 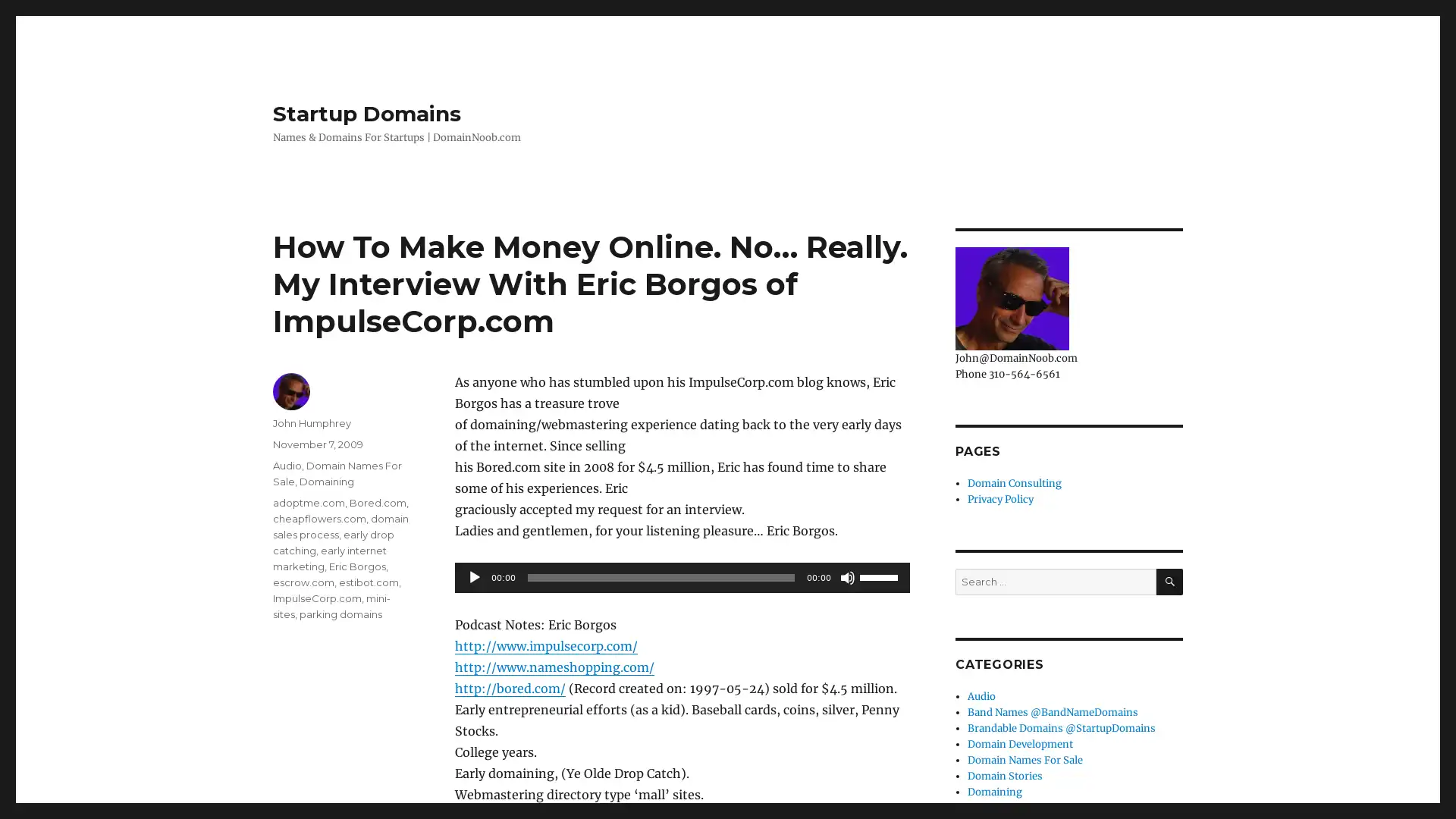 I want to click on Play, so click(x=473, y=578).